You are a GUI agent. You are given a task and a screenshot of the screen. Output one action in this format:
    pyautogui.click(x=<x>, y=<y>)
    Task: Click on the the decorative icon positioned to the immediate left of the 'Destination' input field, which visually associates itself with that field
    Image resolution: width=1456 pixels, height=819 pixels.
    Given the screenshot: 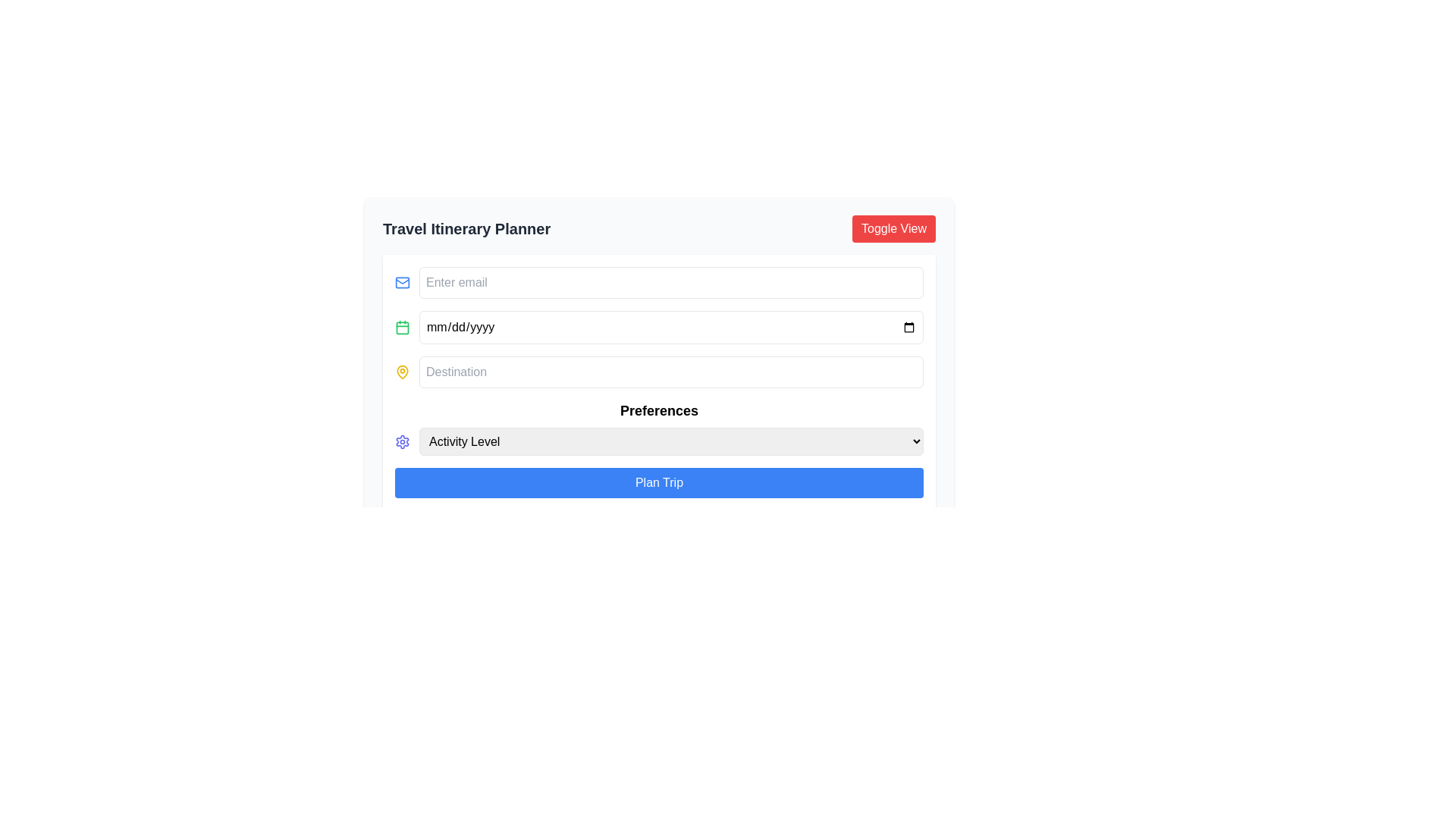 What is the action you would take?
    pyautogui.click(x=403, y=372)
    